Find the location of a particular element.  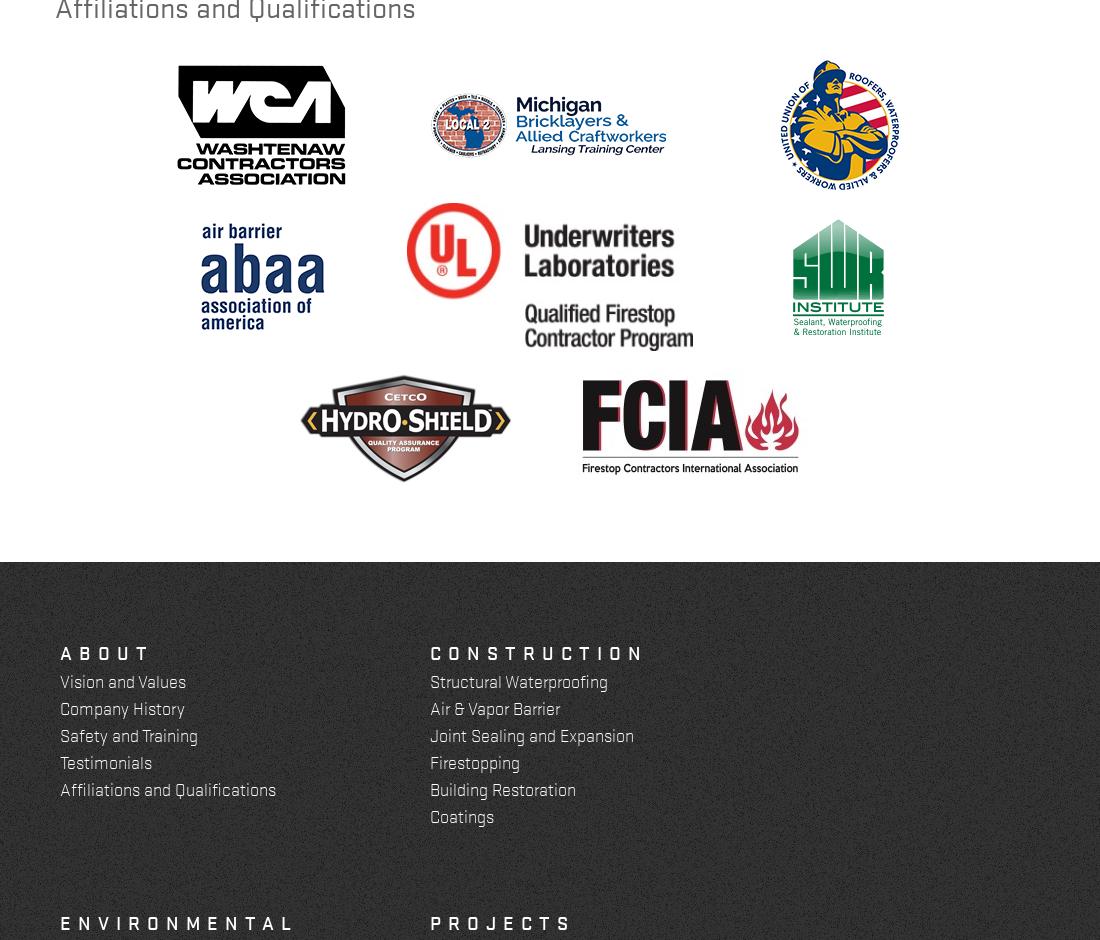

'Safety and Training' is located at coordinates (129, 734).